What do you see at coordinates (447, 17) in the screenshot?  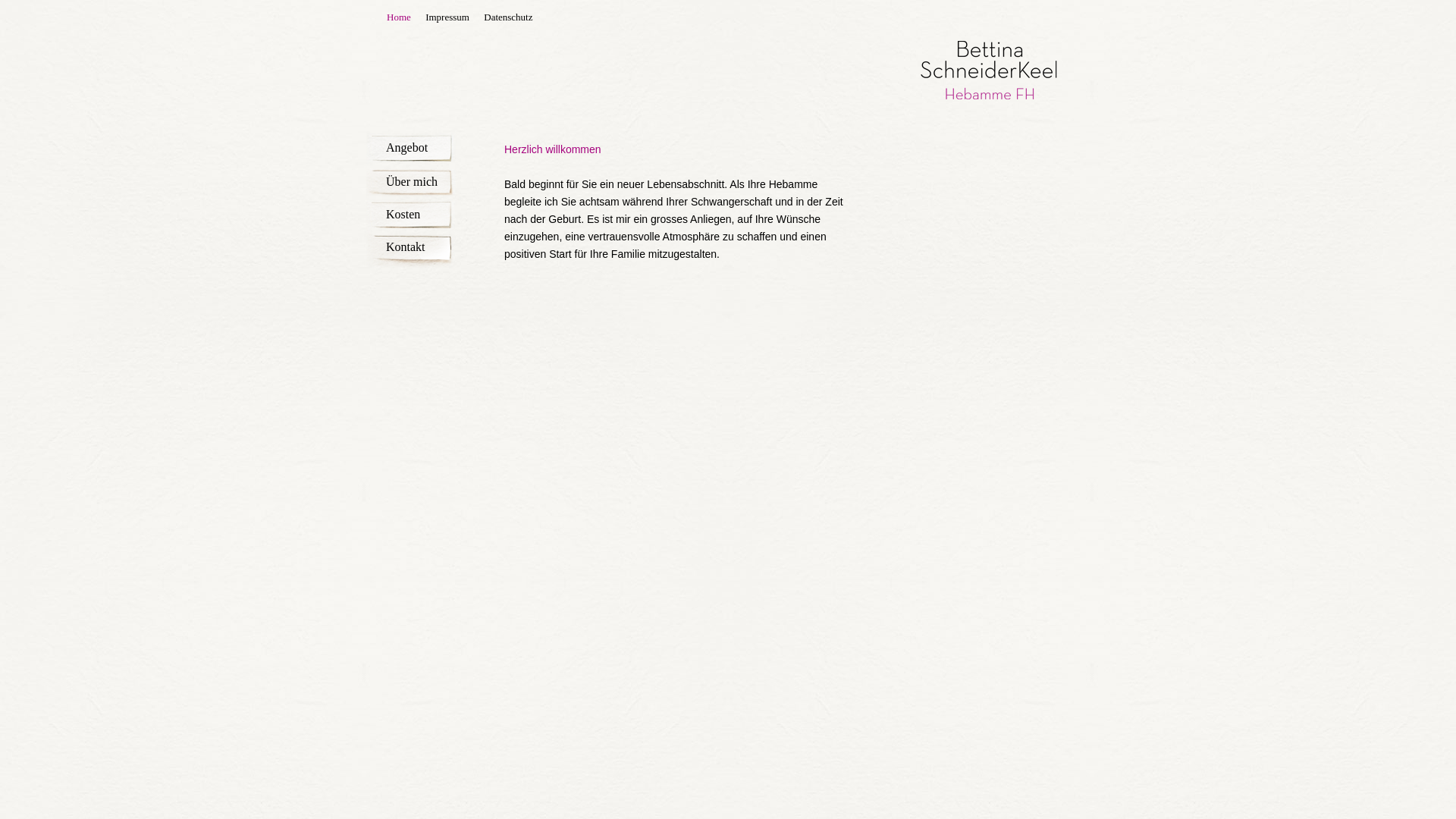 I see `'Impressum'` at bounding box center [447, 17].